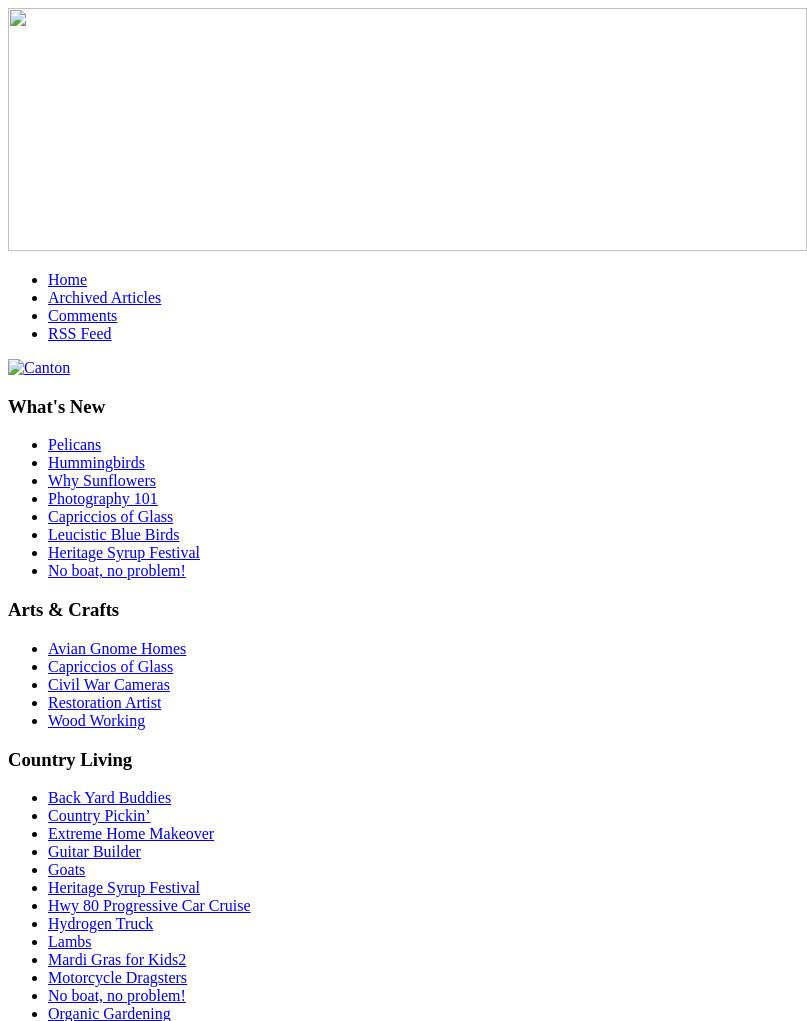 The width and height of the screenshot is (807, 1021). Describe the element at coordinates (116, 958) in the screenshot. I see `'Mardi Gras for Kids2'` at that location.